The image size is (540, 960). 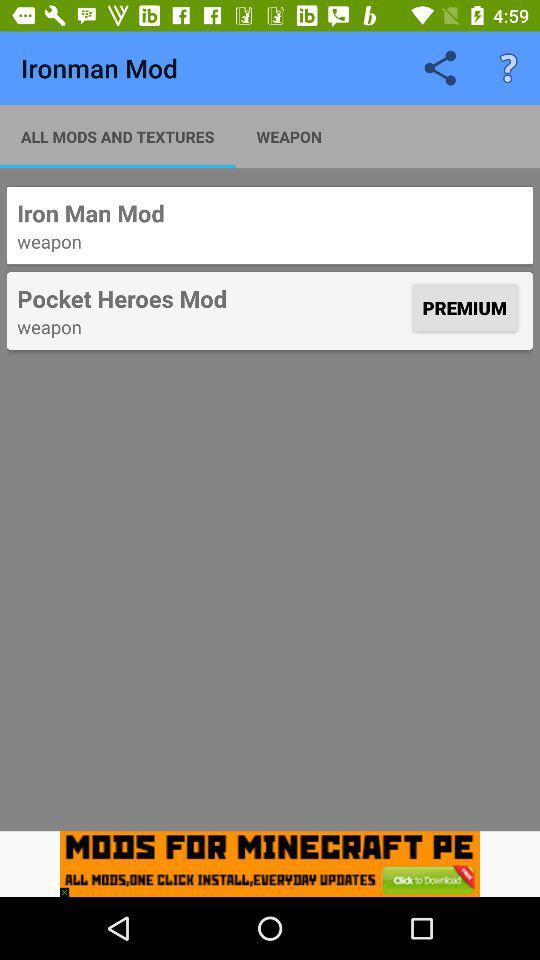 What do you see at coordinates (68, 886) in the screenshot?
I see `item below weapon icon` at bounding box center [68, 886].